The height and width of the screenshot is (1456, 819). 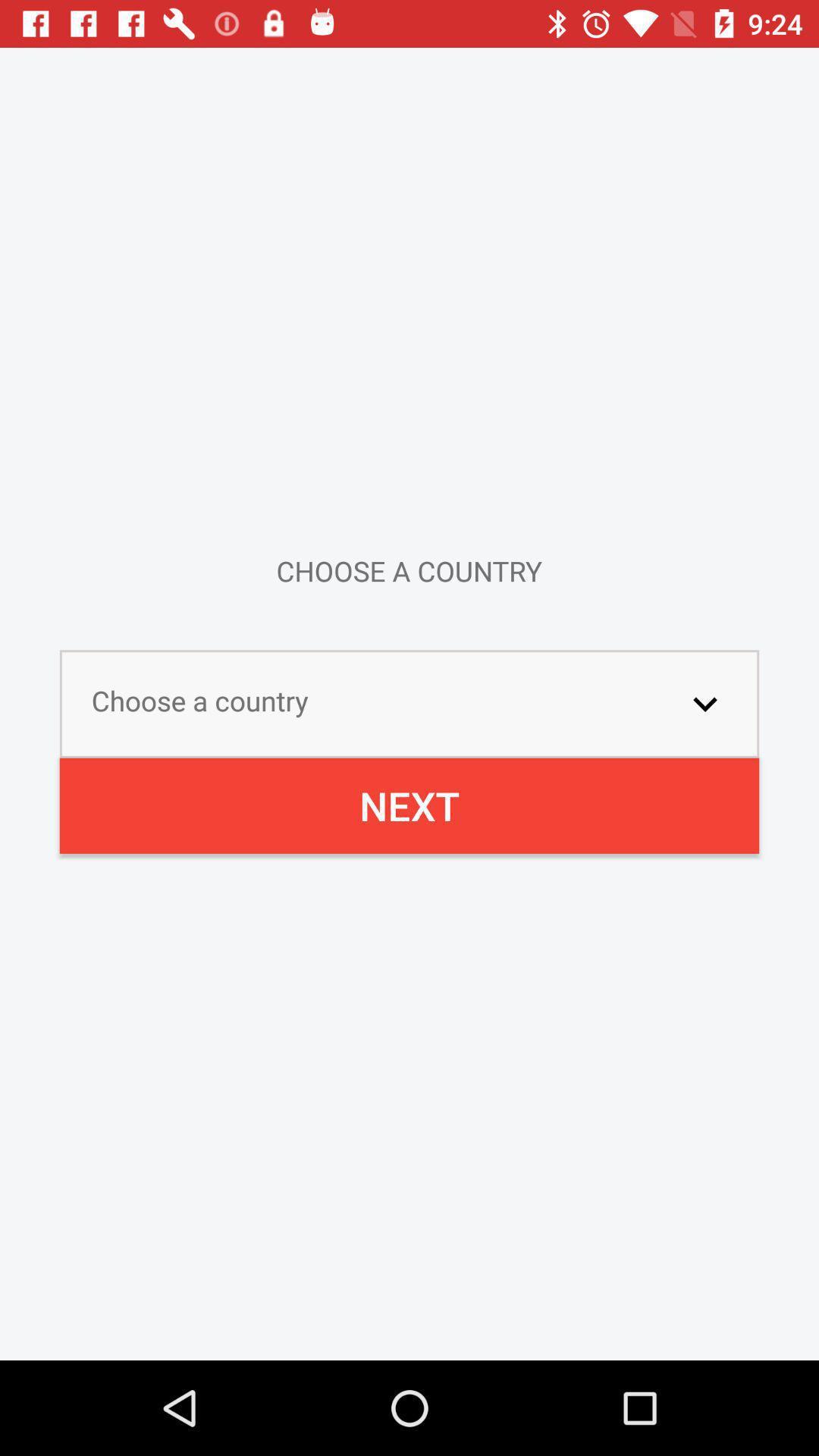 What do you see at coordinates (409, 805) in the screenshot?
I see `the next item` at bounding box center [409, 805].